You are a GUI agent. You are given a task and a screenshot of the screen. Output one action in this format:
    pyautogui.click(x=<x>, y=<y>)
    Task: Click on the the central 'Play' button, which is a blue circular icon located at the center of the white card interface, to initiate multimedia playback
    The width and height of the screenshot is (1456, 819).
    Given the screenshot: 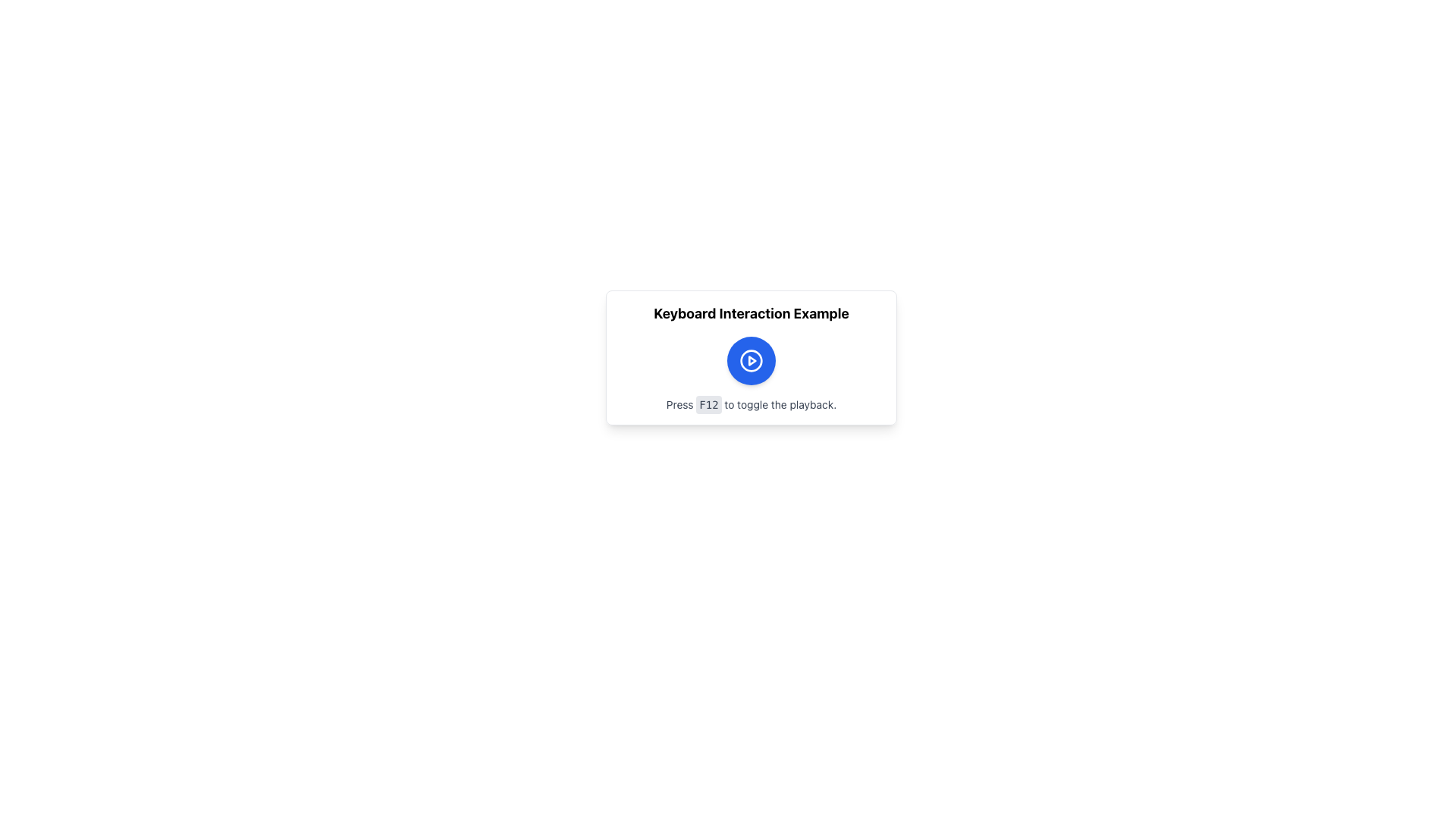 What is the action you would take?
    pyautogui.click(x=751, y=360)
    